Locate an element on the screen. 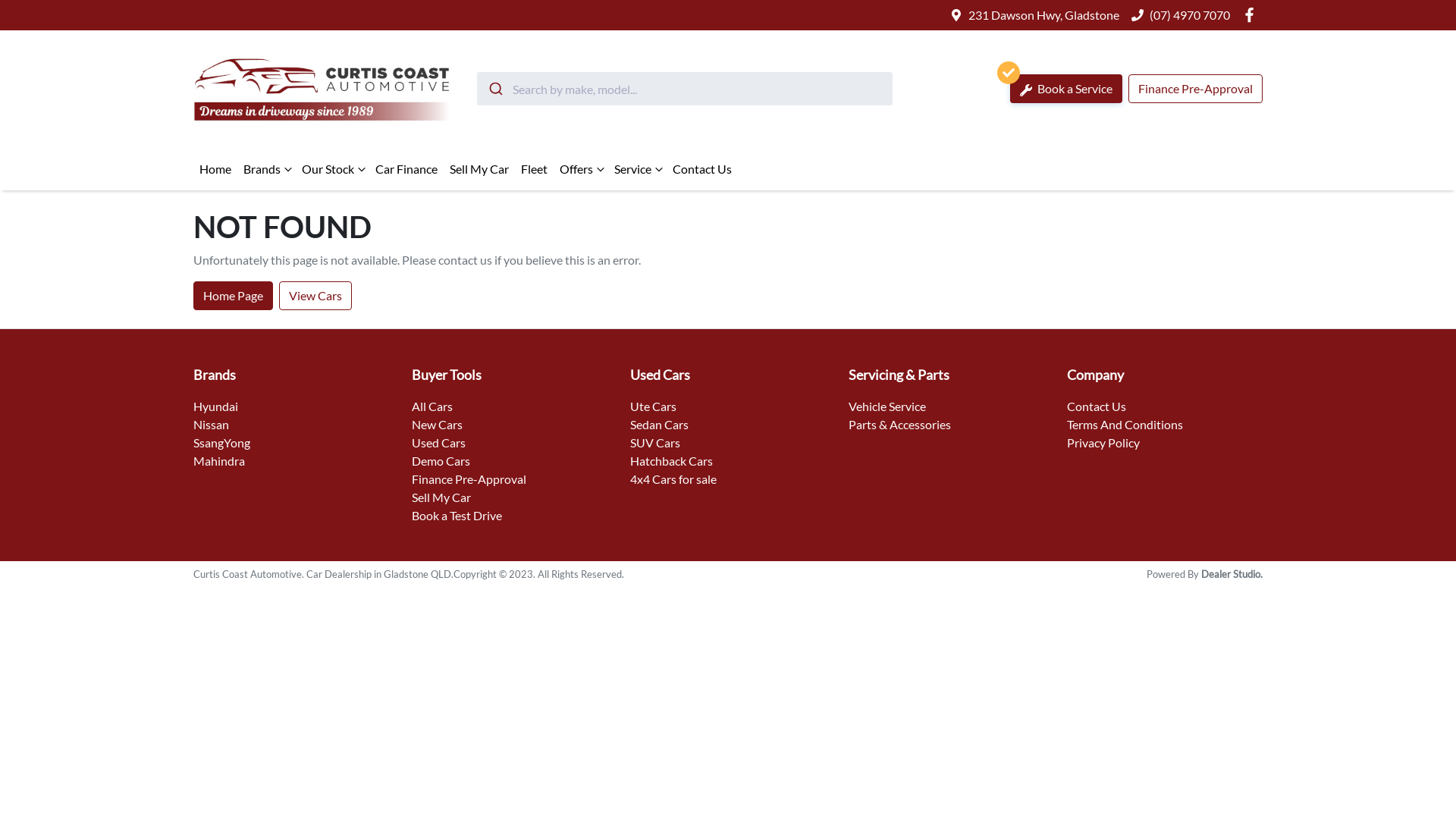 The height and width of the screenshot is (819, 1456). 'Our Stock' is located at coordinates (331, 169).